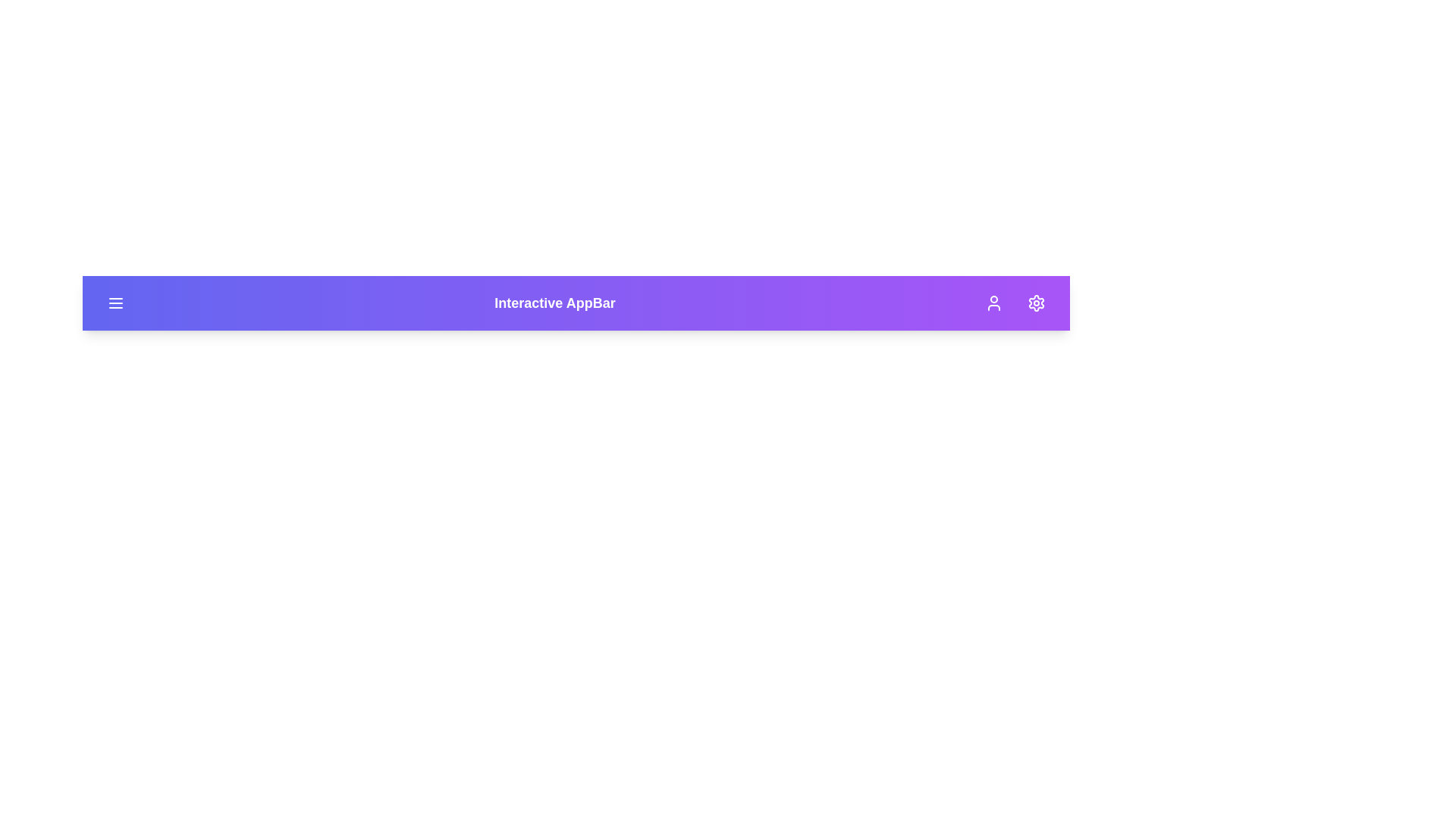 The height and width of the screenshot is (819, 1456). What do you see at coordinates (554, 303) in the screenshot?
I see `the AppBar title by clicking on it` at bounding box center [554, 303].